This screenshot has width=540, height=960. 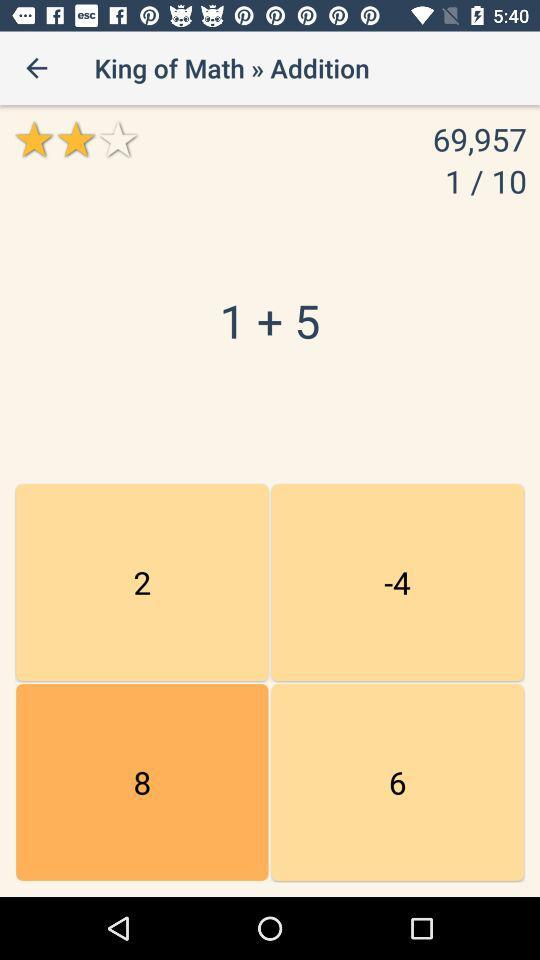 I want to click on the 25 icon, so click(x=397, y=582).